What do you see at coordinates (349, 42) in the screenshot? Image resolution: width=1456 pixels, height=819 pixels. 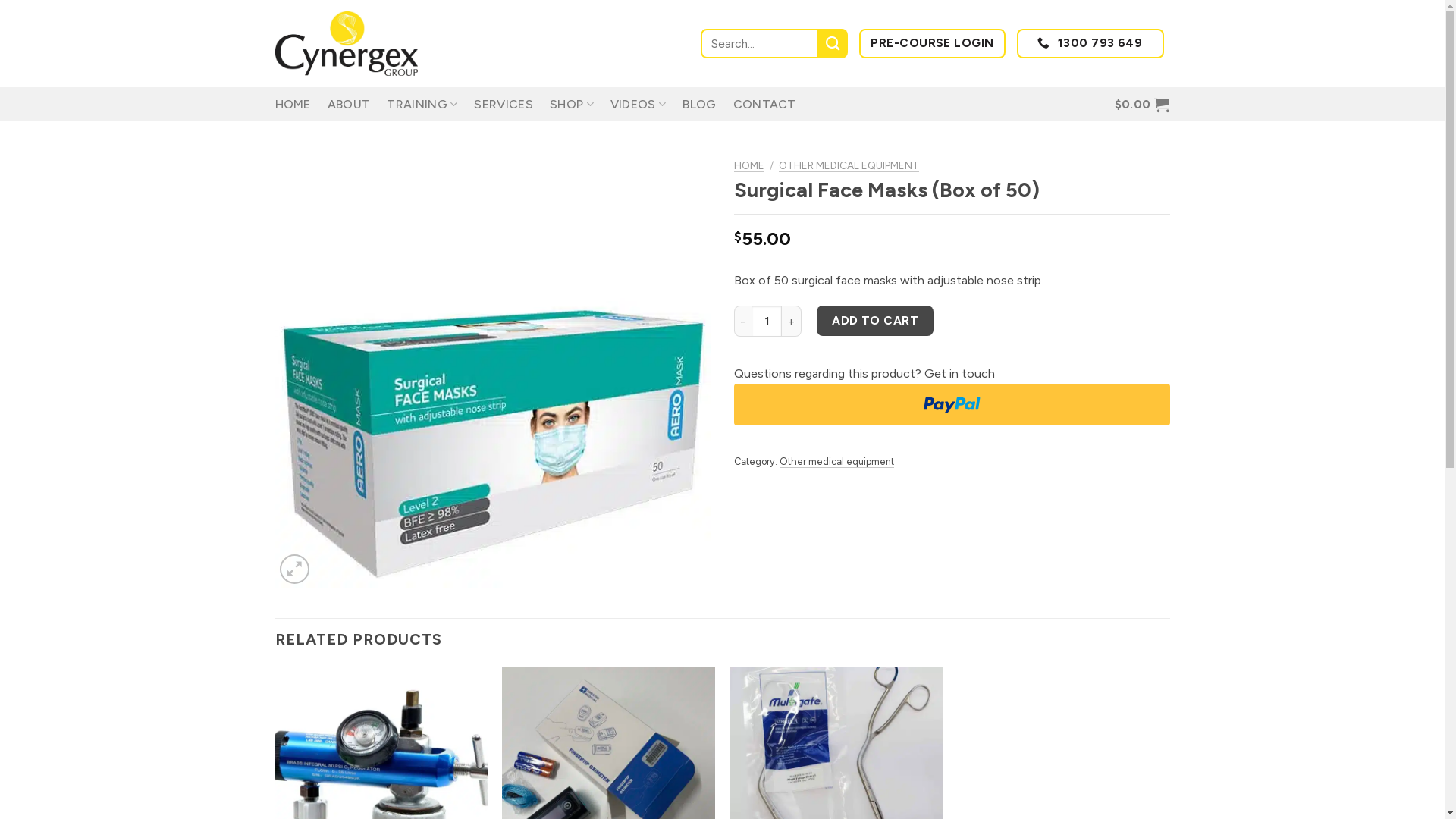 I see `'Cynergex Group - My WordPress Blog'` at bounding box center [349, 42].